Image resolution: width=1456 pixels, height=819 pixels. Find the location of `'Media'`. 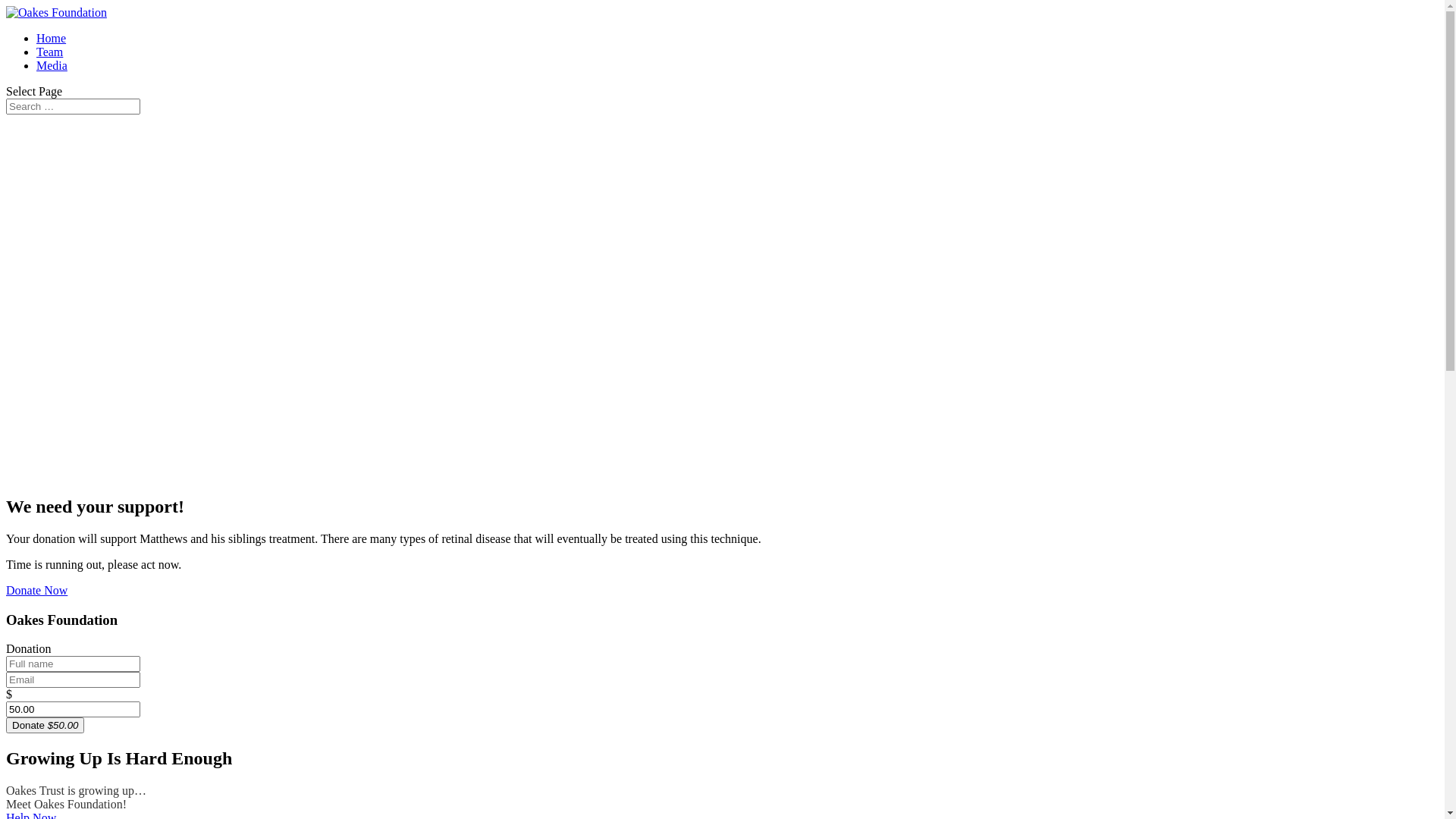

'Media' is located at coordinates (52, 64).